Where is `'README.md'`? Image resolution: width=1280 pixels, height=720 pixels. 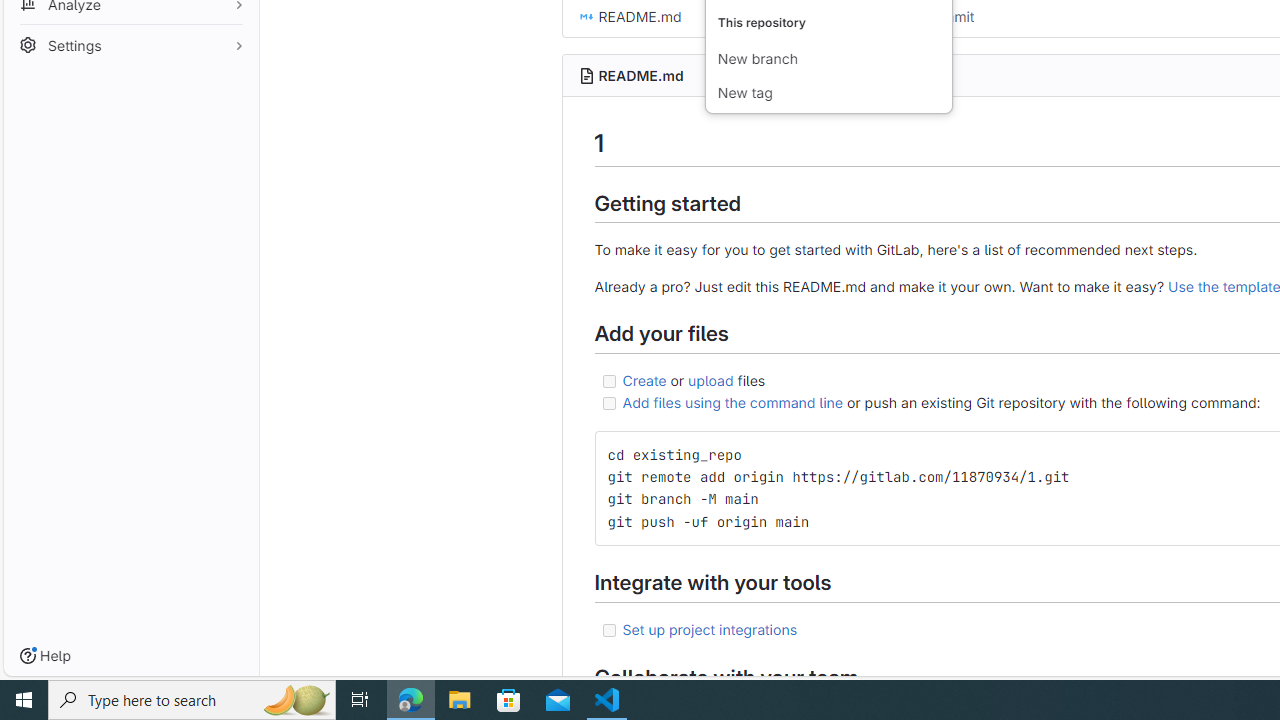
'README.md' is located at coordinates (640, 74).